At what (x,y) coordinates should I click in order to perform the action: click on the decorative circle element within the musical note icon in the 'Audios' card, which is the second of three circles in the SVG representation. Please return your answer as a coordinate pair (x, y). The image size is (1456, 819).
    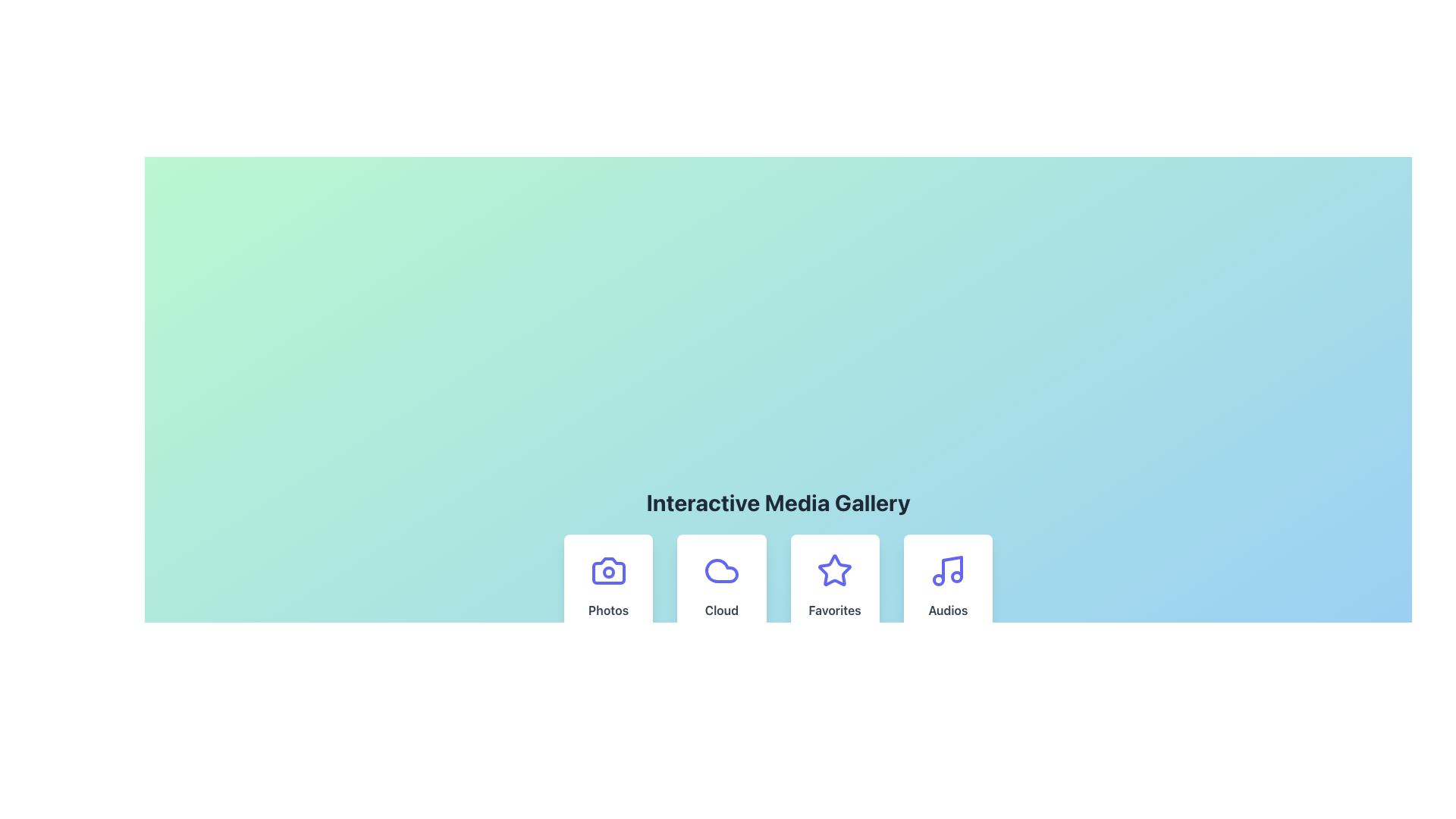
    Looking at the image, I should click on (938, 579).